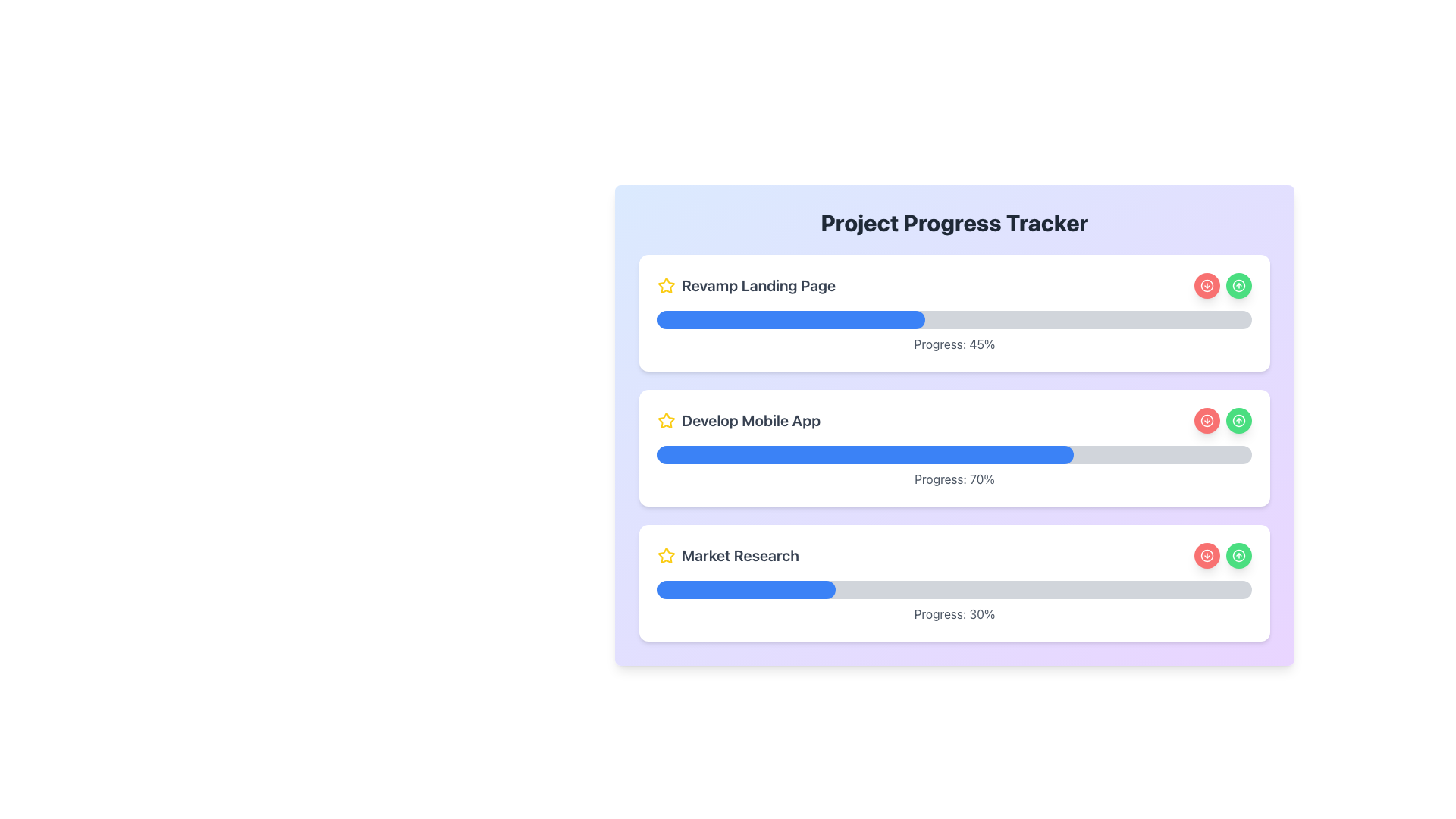 This screenshot has height=819, width=1456. Describe the element at coordinates (953, 479) in the screenshot. I see `the progress percentage label located at the bottom of the 'Develop Mobile App' card, which indicates 70% completion` at that location.